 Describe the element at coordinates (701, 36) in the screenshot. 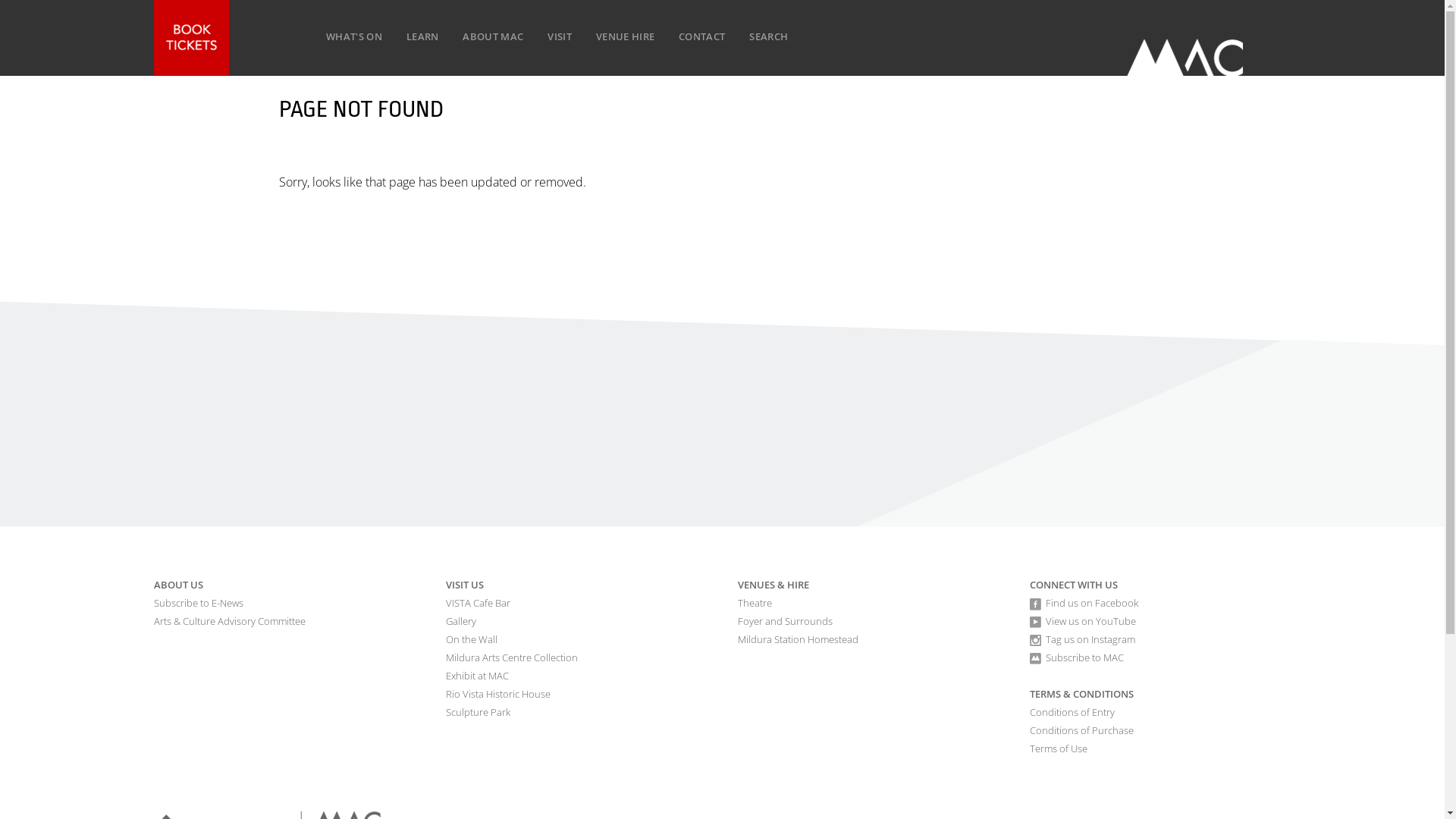

I see `'CONTACT'` at that location.